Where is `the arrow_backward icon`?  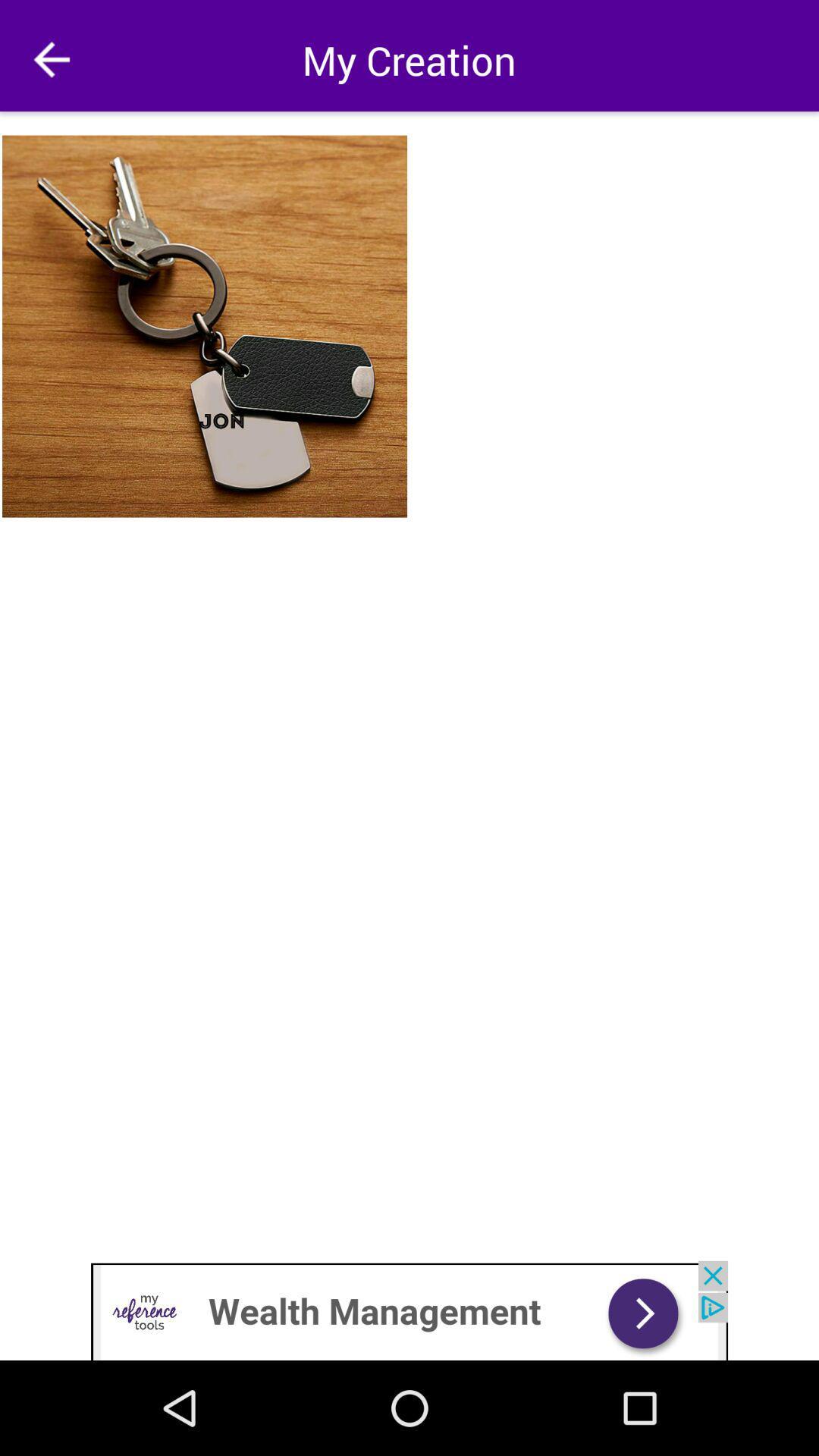
the arrow_backward icon is located at coordinates (51, 63).